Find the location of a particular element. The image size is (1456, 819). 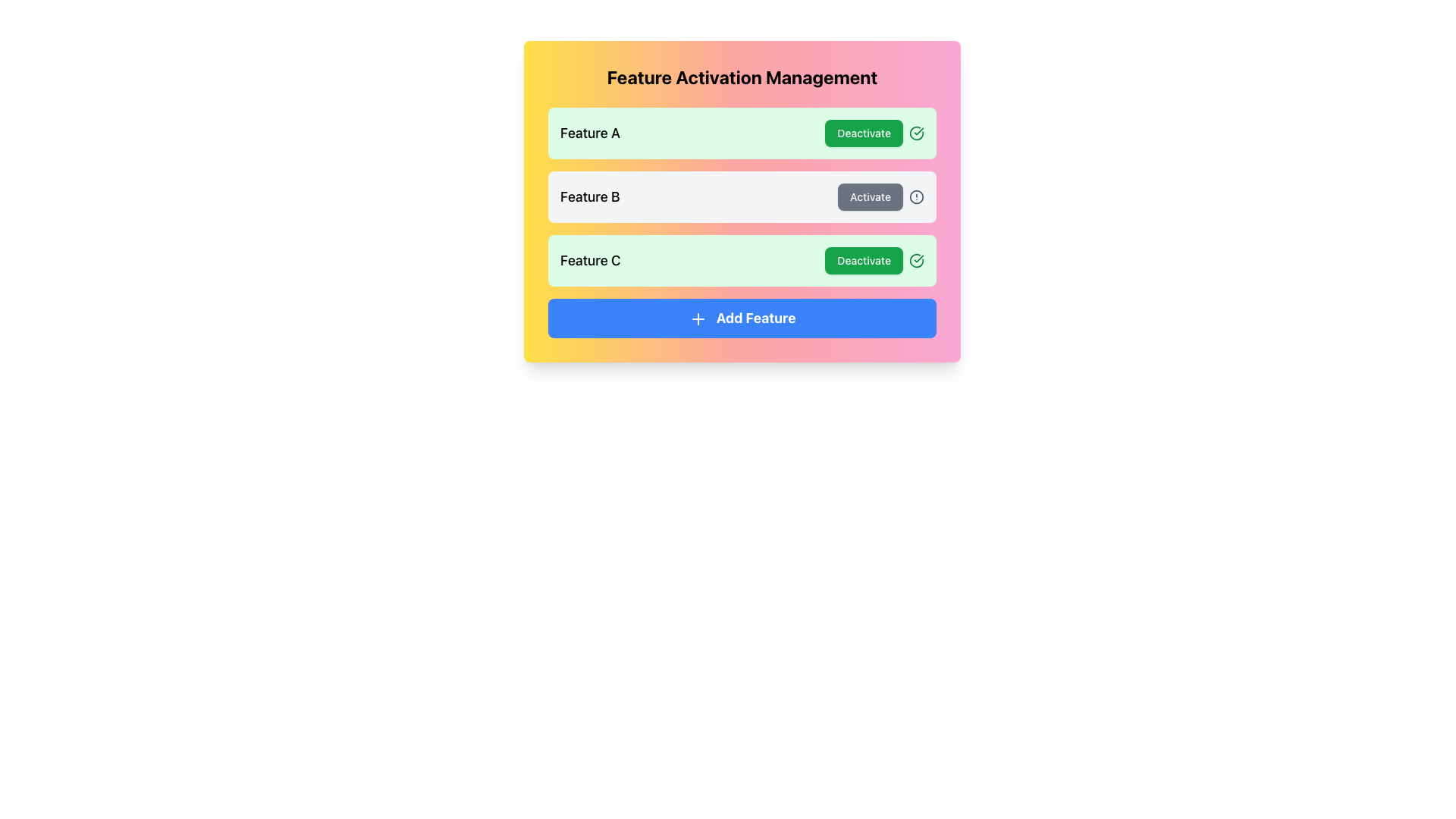

the circular green checkmark icon with an embedded checkmark, located in the 'Feature C' row to the right of the 'Deactivate' button is located at coordinates (916, 131).